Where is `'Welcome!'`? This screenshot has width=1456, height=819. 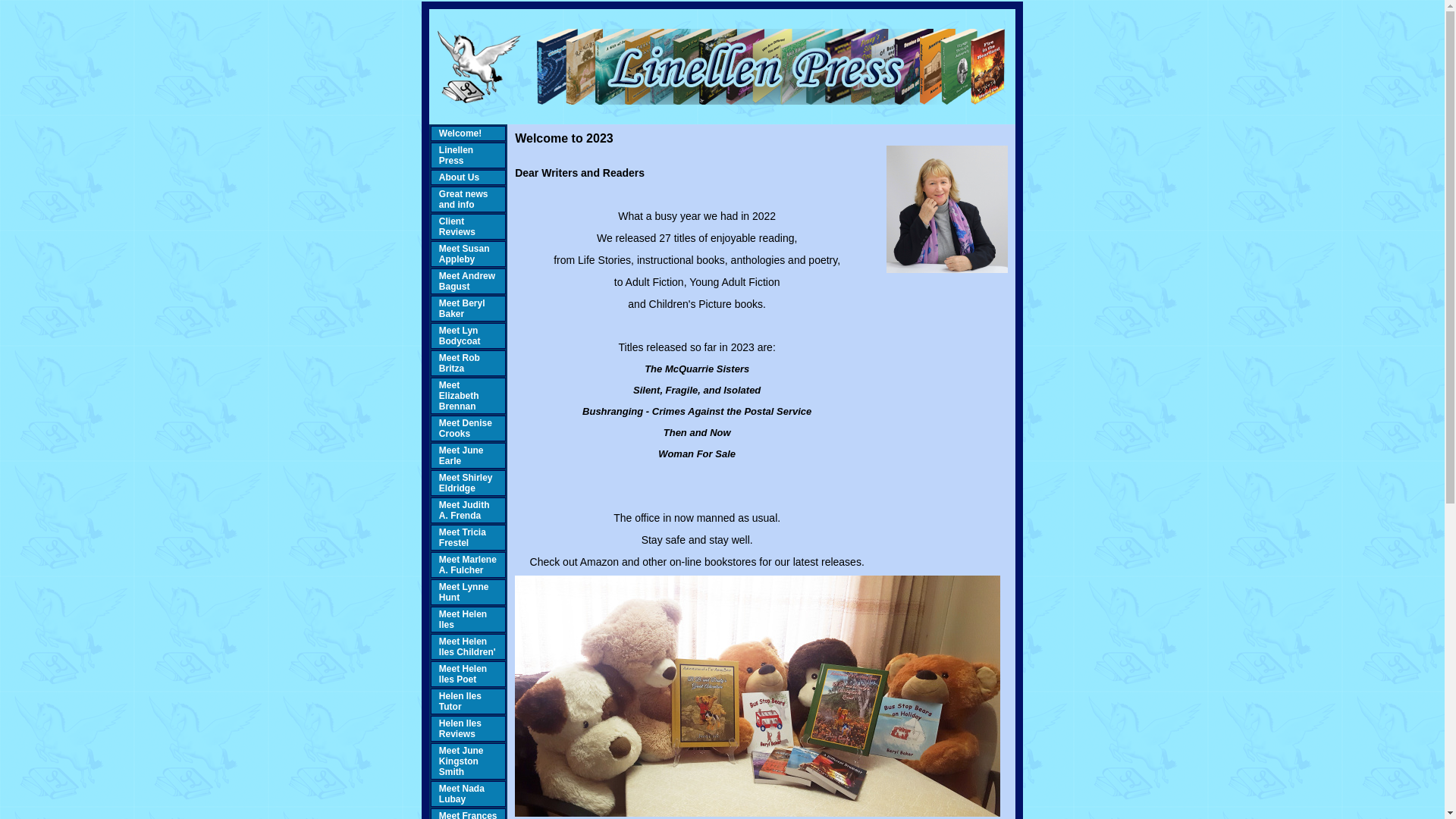
'Welcome!' is located at coordinates (438, 133).